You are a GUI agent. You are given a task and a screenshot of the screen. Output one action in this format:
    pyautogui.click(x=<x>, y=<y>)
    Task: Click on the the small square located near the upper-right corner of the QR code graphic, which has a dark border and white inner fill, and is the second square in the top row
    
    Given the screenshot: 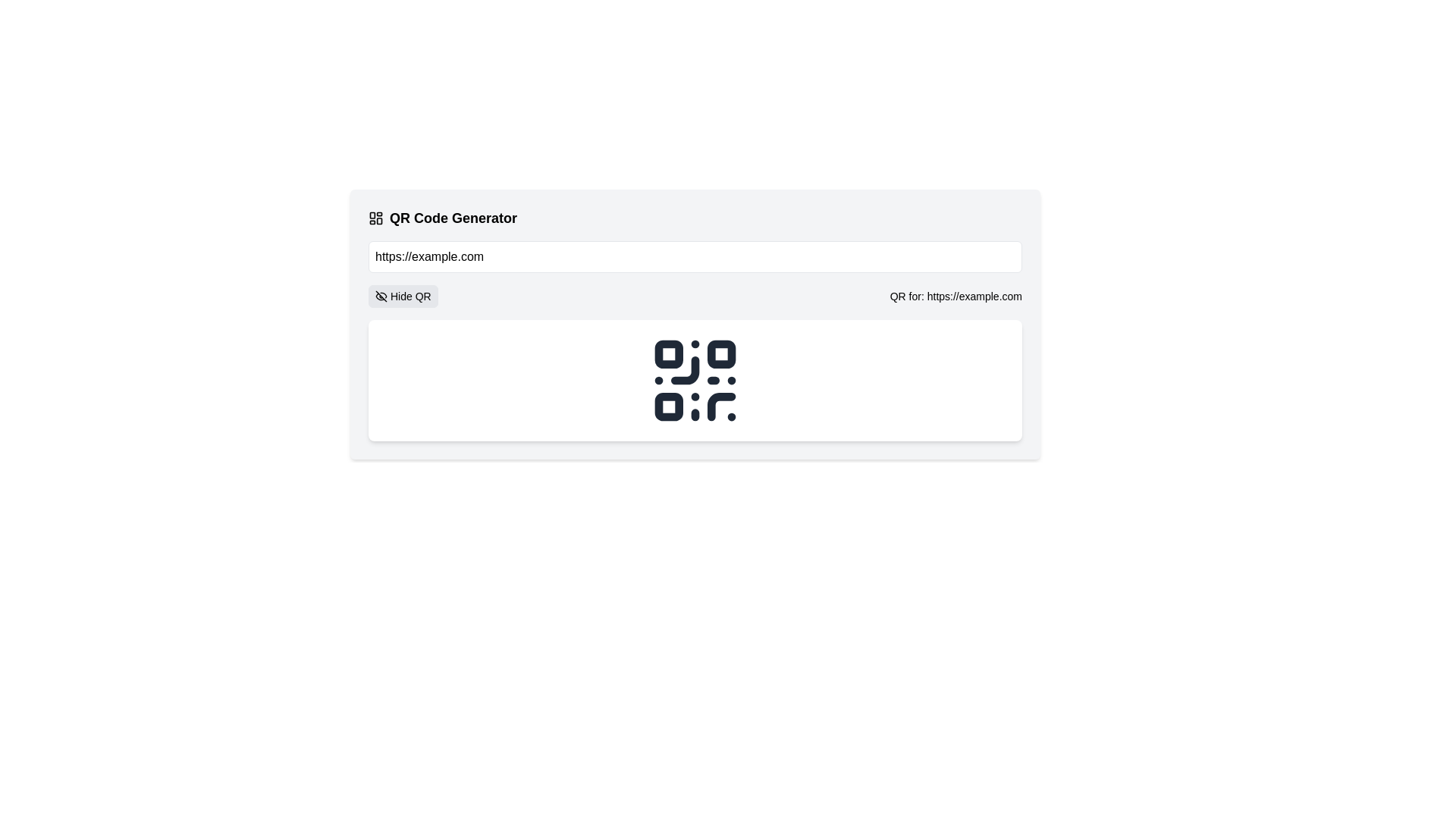 What is the action you would take?
    pyautogui.click(x=720, y=354)
    